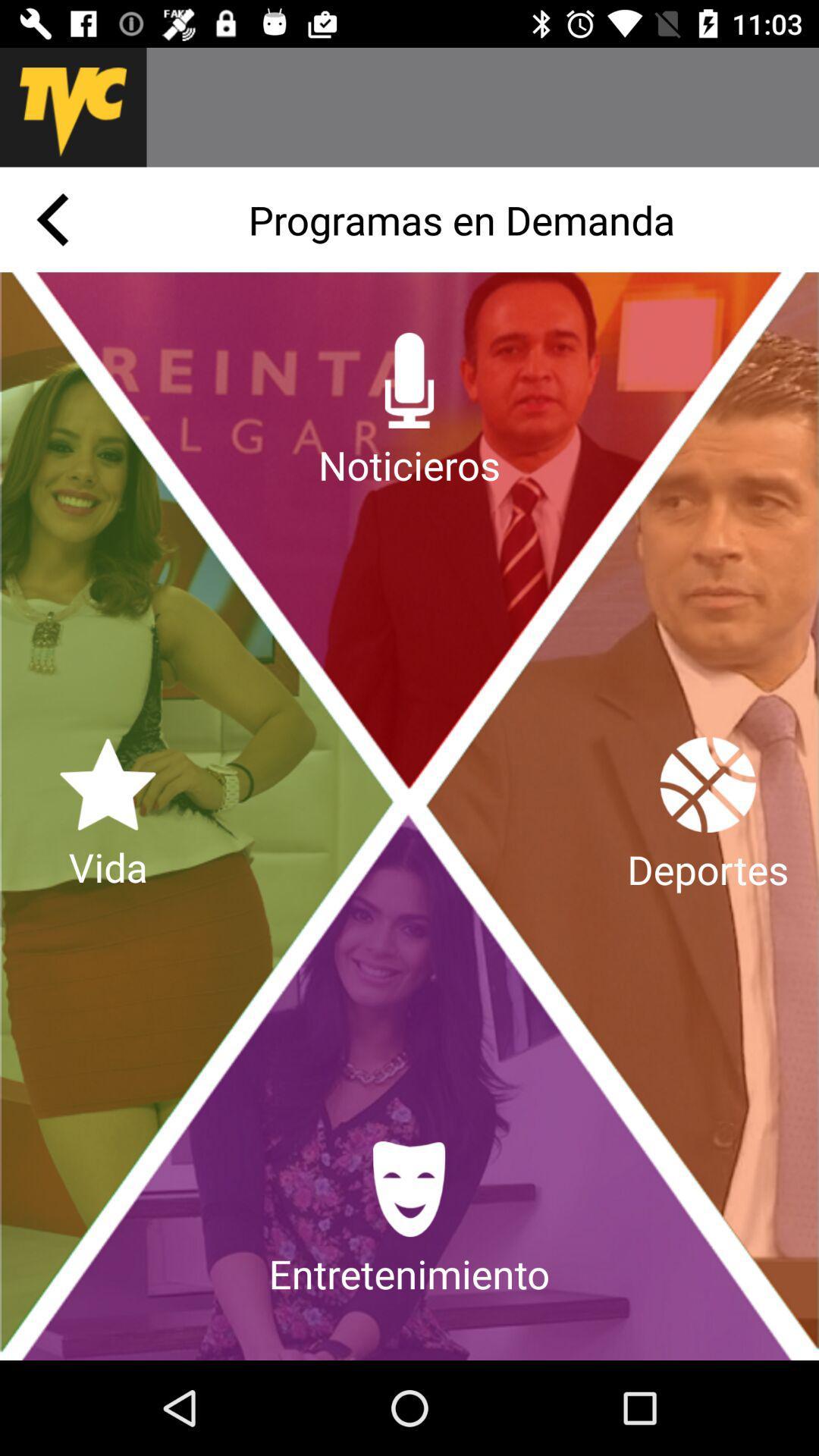 The height and width of the screenshot is (1456, 819). Describe the element at coordinates (107, 815) in the screenshot. I see `vida icon` at that location.